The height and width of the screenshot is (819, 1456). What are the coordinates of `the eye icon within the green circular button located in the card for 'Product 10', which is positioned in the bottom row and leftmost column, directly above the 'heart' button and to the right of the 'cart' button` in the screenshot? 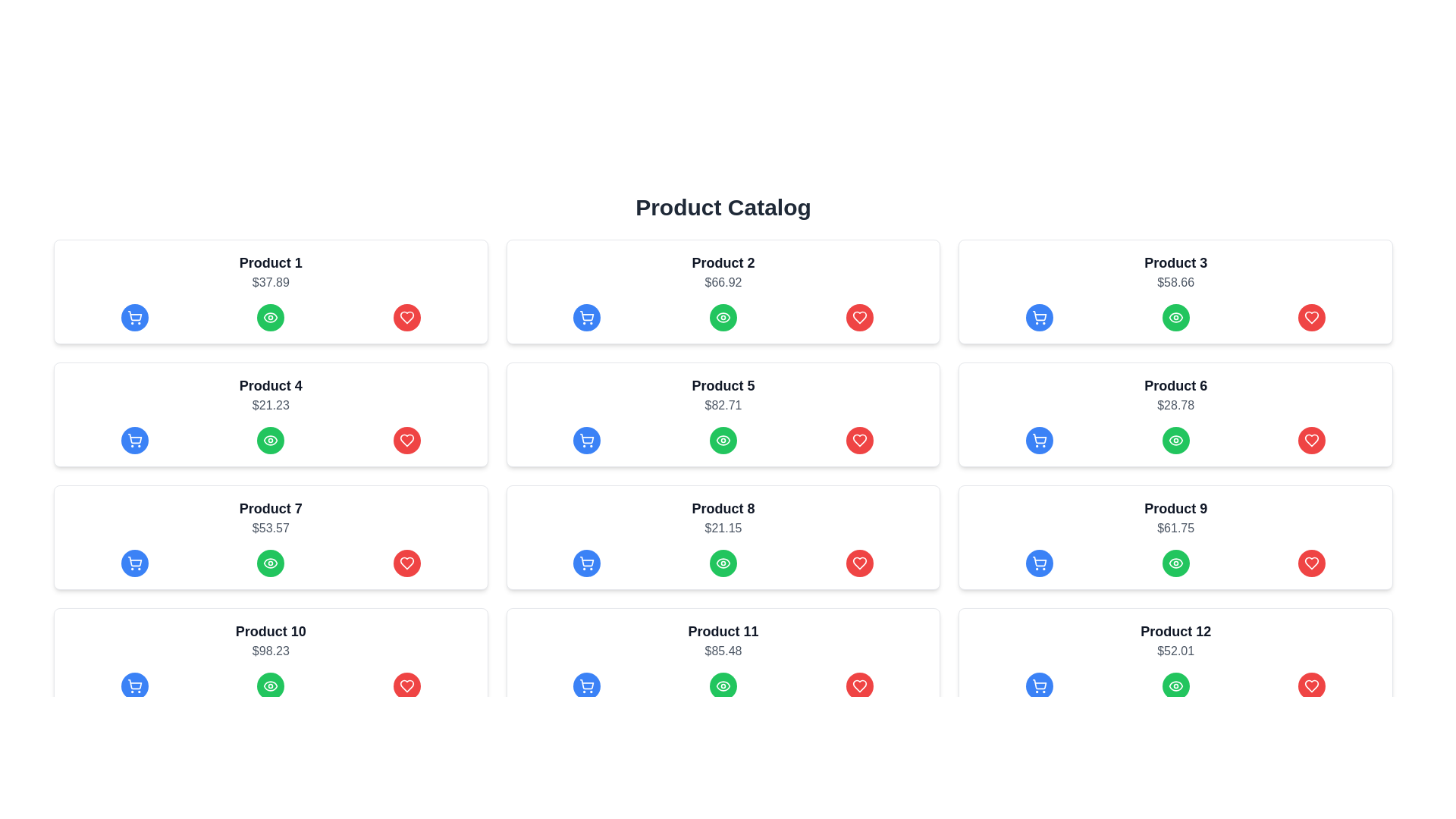 It's located at (271, 563).